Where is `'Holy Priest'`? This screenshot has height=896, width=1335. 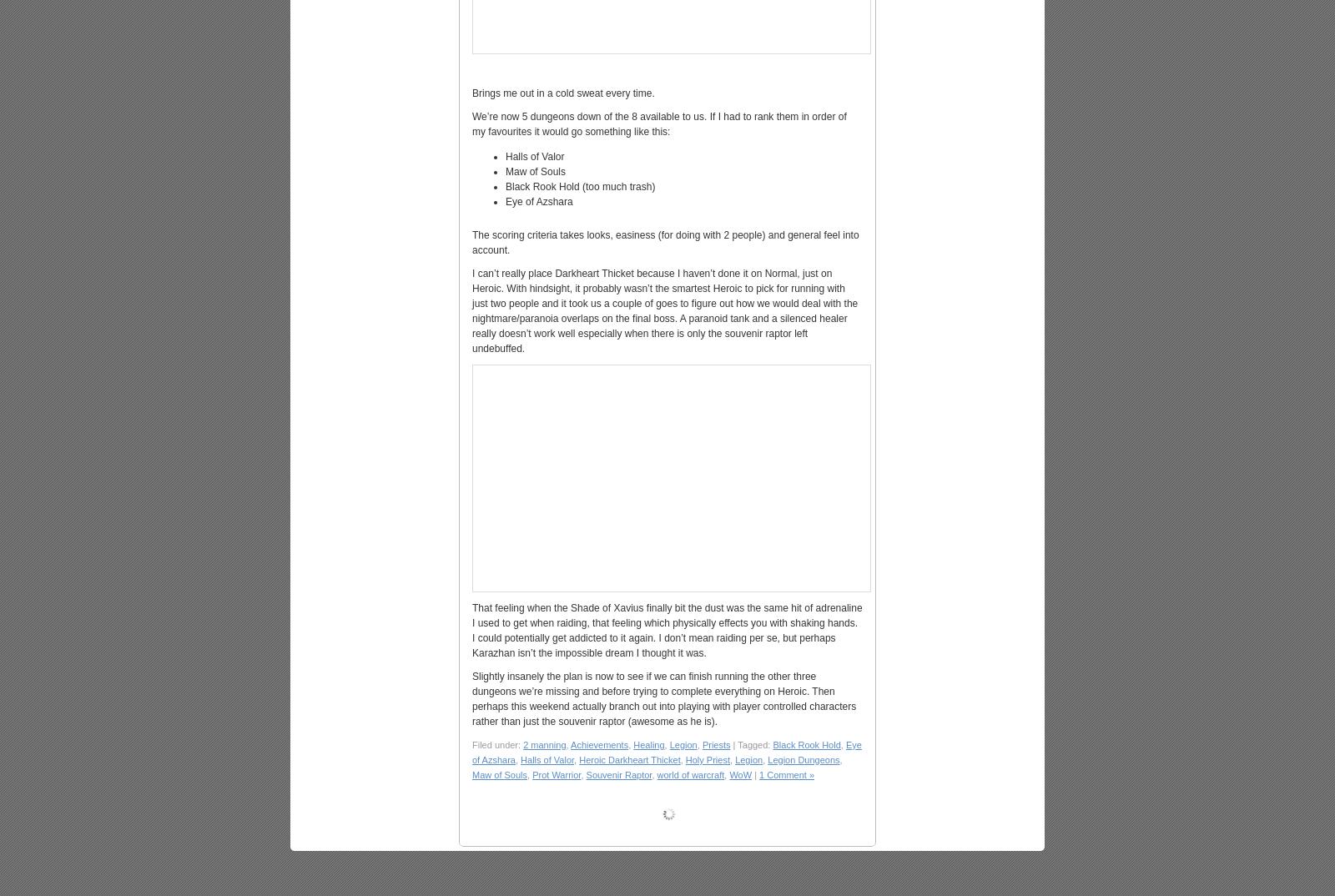
'Holy Priest' is located at coordinates (707, 758).